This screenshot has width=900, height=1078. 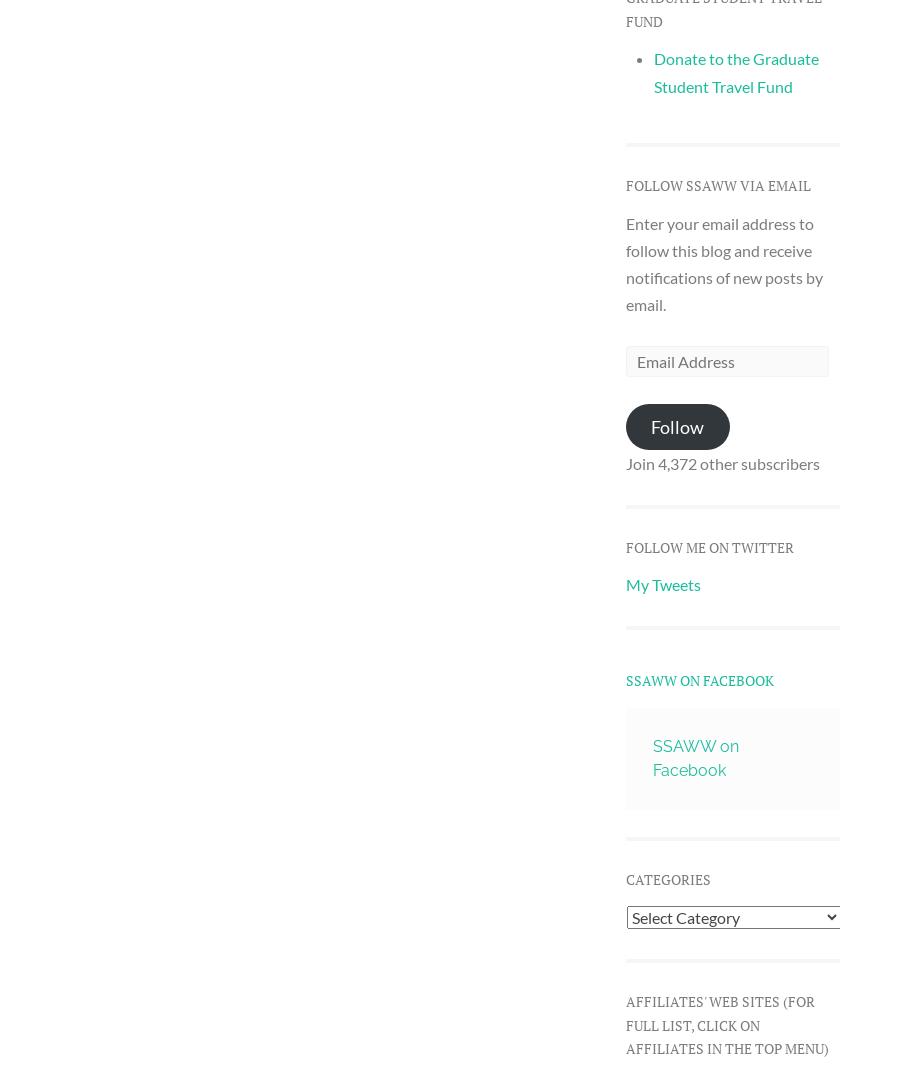 What do you see at coordinates (667, 878) in the screenshot?
I see `'Categories'` at bounding box center [667, 878].